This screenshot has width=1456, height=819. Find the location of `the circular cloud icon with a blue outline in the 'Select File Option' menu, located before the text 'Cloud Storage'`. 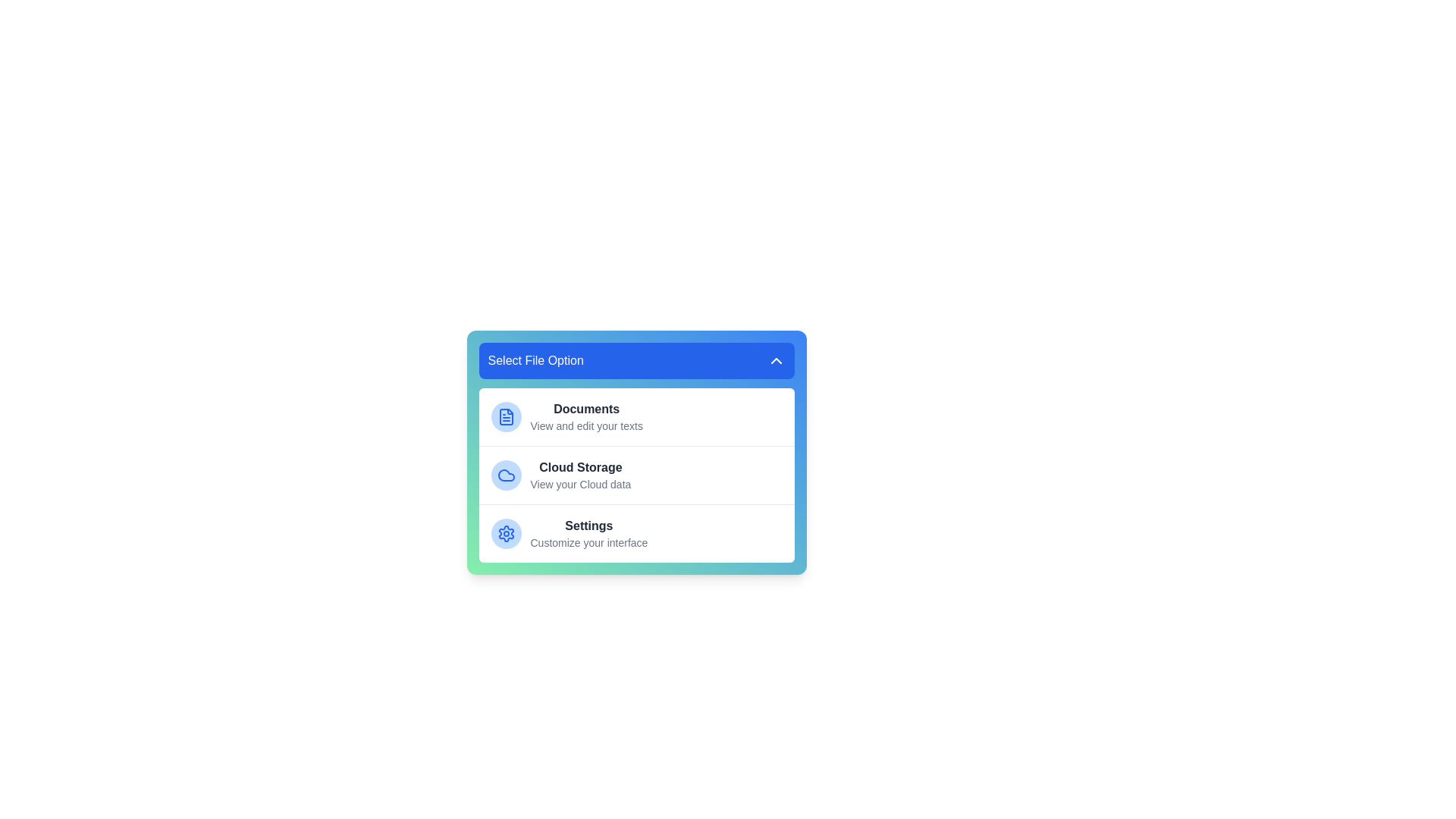

the circular cloud icon with a blue outline in the 'Select File Option' menu, located before the text 'Cloud Storage' is located at coordinates (506, 475).